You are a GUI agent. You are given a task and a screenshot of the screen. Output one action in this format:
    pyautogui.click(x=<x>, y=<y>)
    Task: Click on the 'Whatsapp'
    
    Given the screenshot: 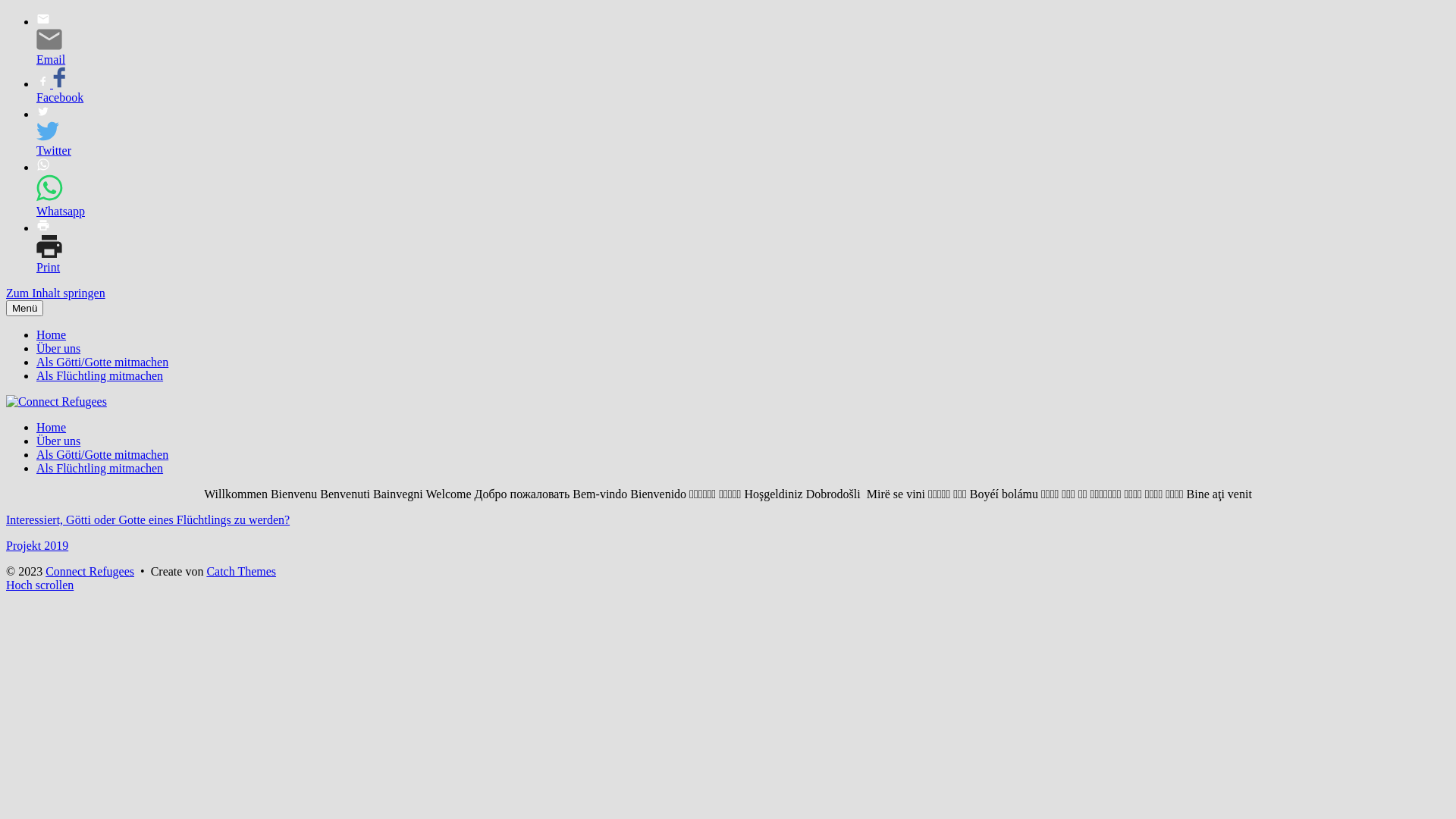 What is the action you would take?
    pyautogui.click(x=55, y=189)
    